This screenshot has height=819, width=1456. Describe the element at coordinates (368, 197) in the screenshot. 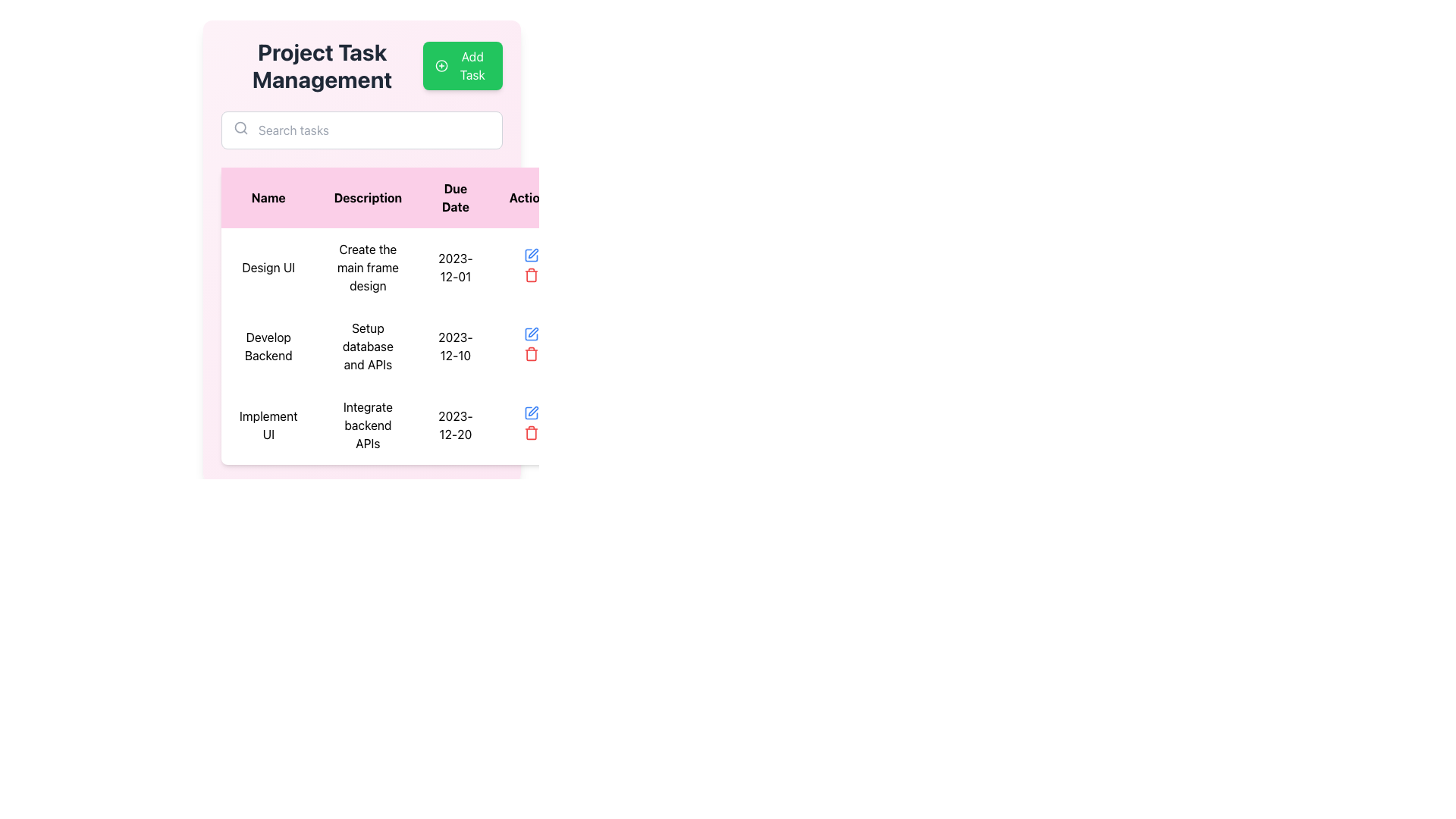

I see `the 'Description' text label, which is a bold black label centered within a pink background rectangle and part of the table header, located between the 'Name' and 'Due Date' labels` at that location.